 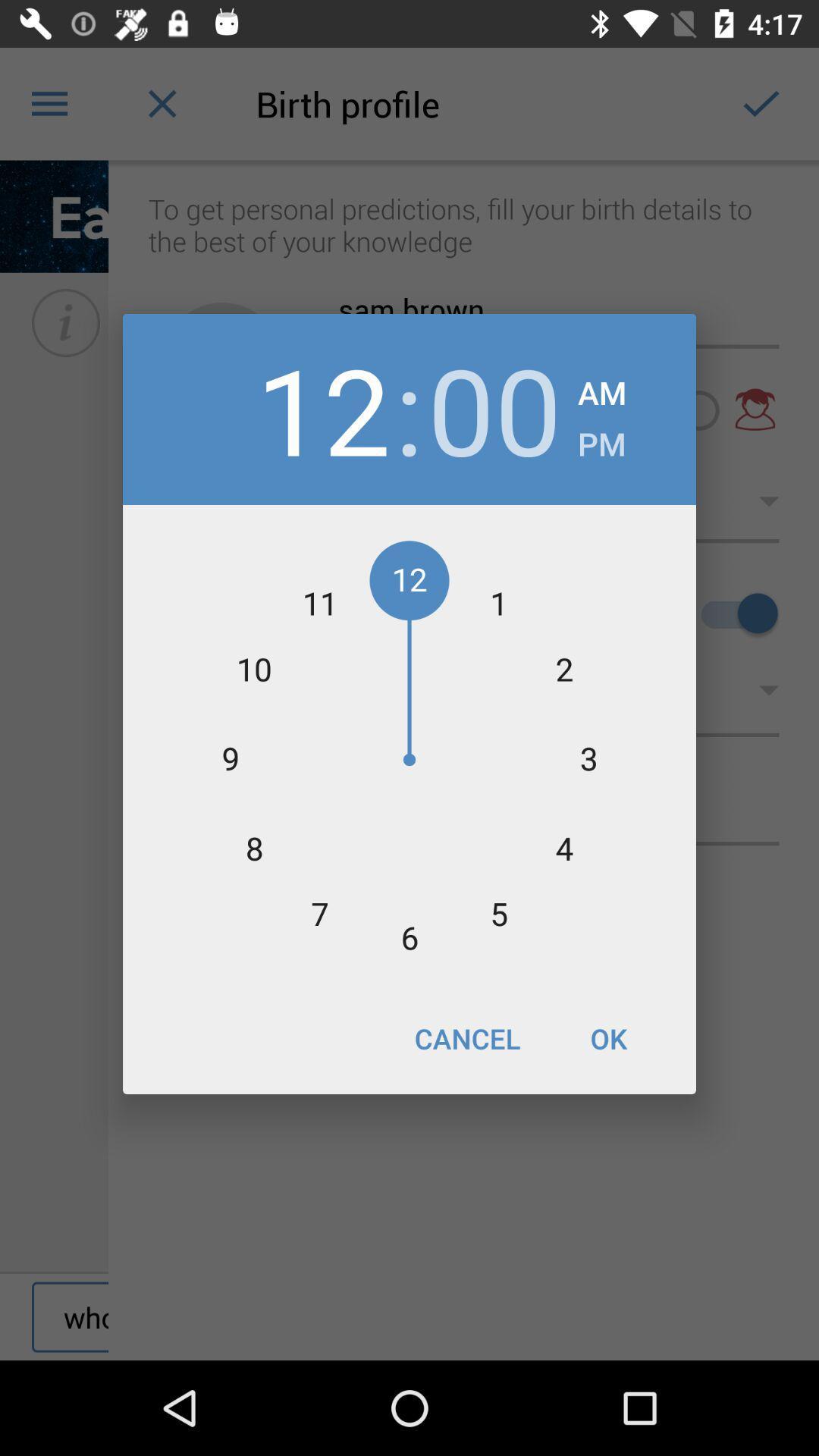 I want to click on item to the right of 00, so click(x=601, y=388).